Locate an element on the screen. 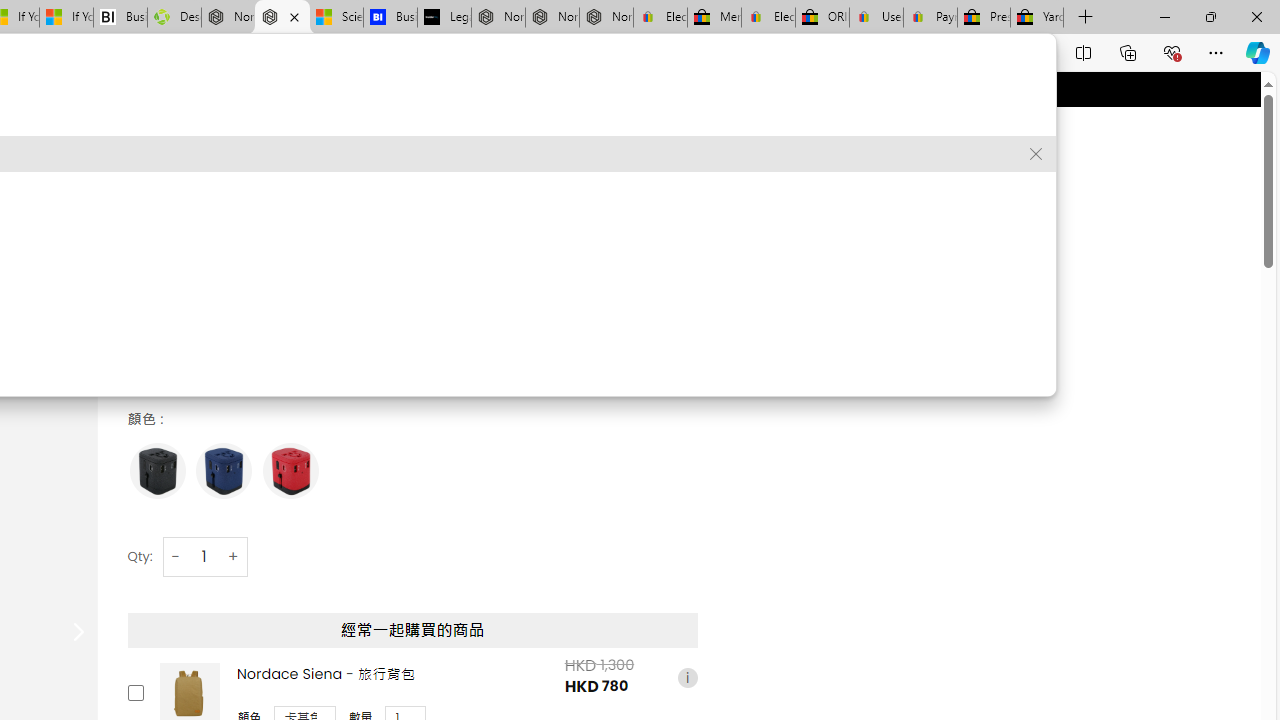  'Nordace - Summer Adventures 2024' is located at coordinates (228, 17).